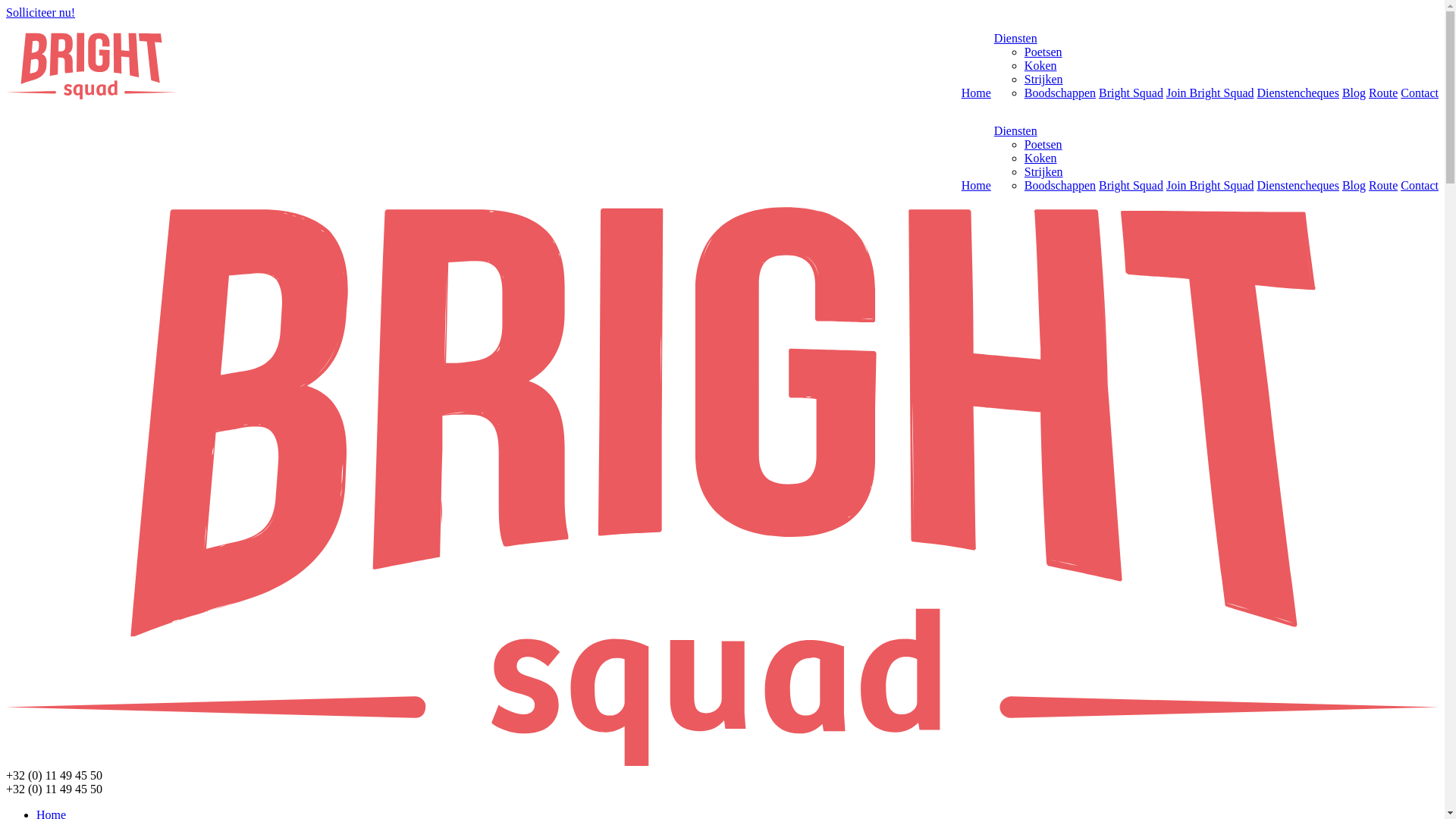 The width and height of the screenshot is (1456, 819). Describe the element at coordinates (1099, 93) in the screenshot. I see `'Bright Squad'` at that location.